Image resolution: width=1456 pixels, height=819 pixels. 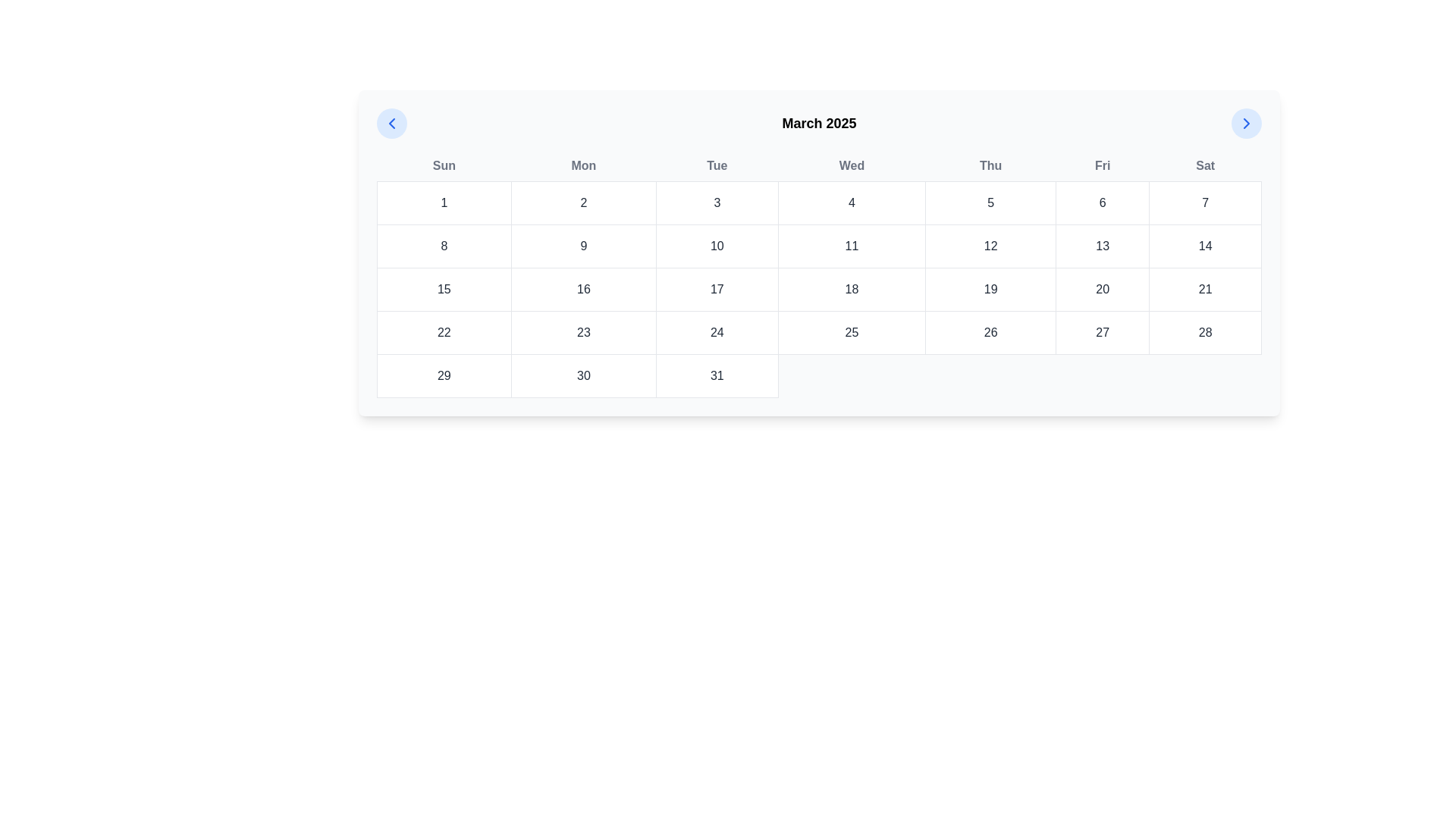 I want to click on the bold, gray-colored text label reading 'Sat' which represents Saturday, positioned as the last element in the horizontal sequence of weekday labels at the top-right corner of the calendar component, so click(x=1204, y=166).